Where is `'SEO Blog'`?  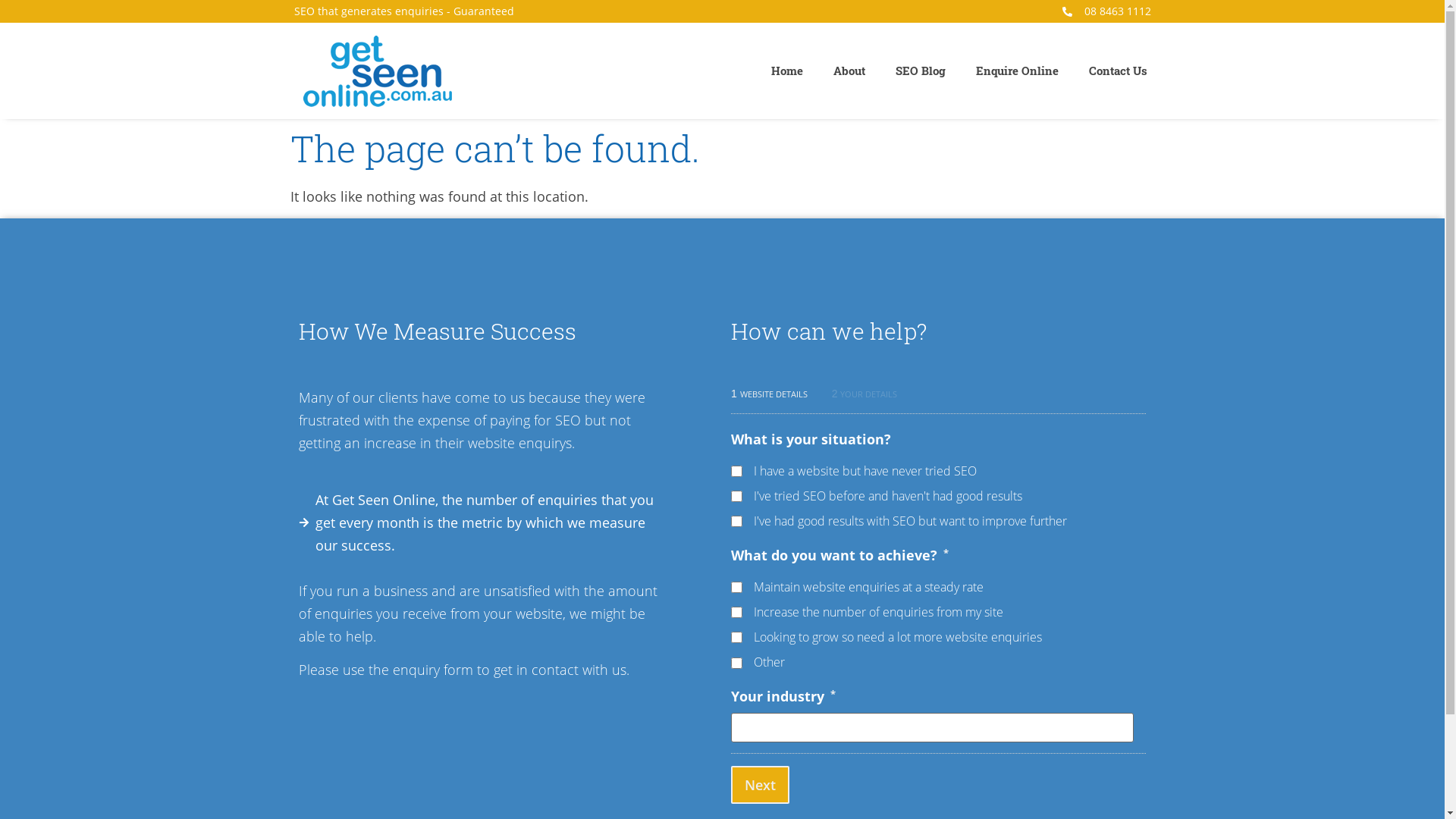 'SEO Blog' is located at coordinates (919, 71).